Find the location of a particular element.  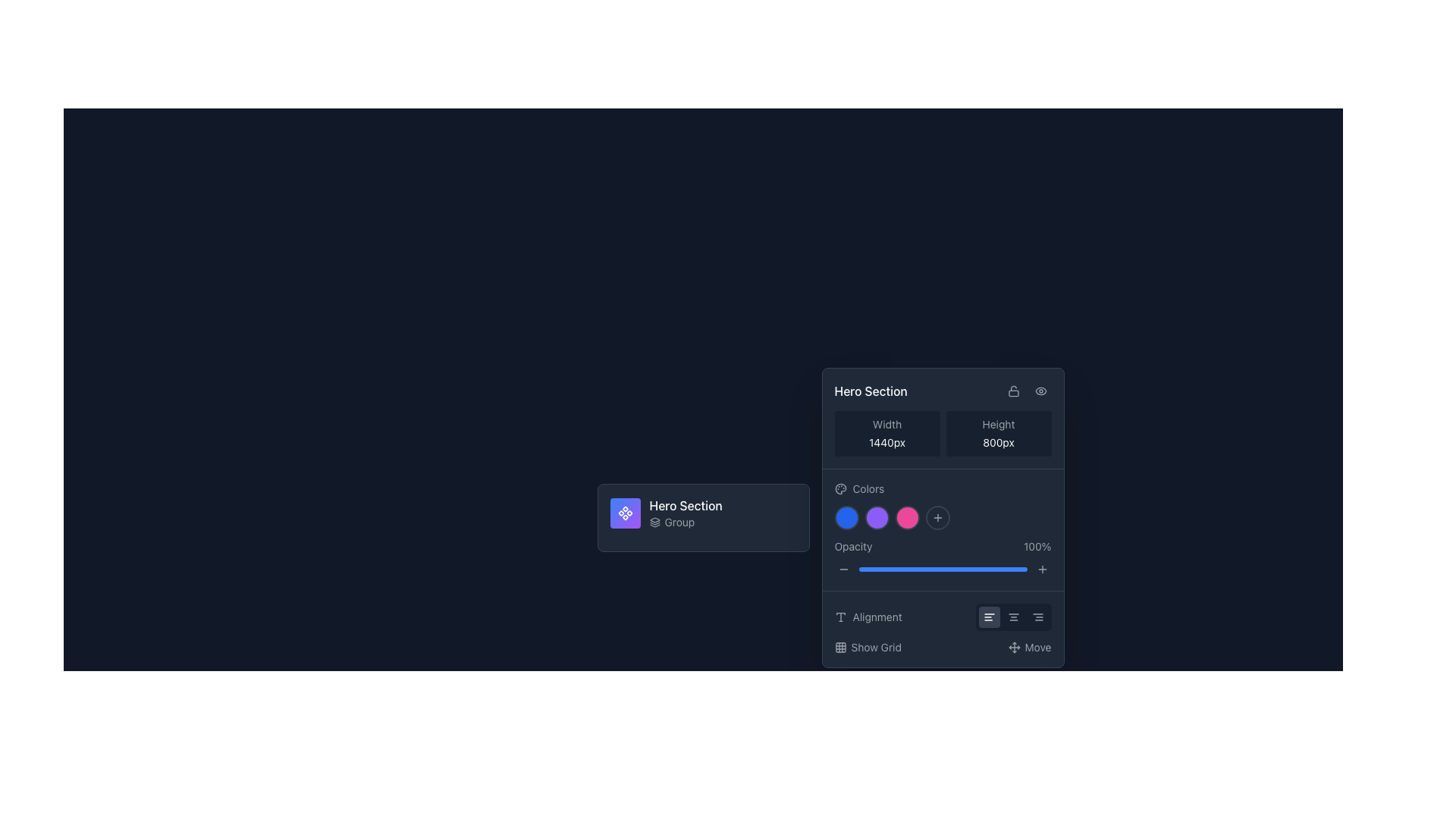

the text alignment icon located in the bottom right section of the interface, inside the 'Hero Section' panel is located at coordinates (839, 617).